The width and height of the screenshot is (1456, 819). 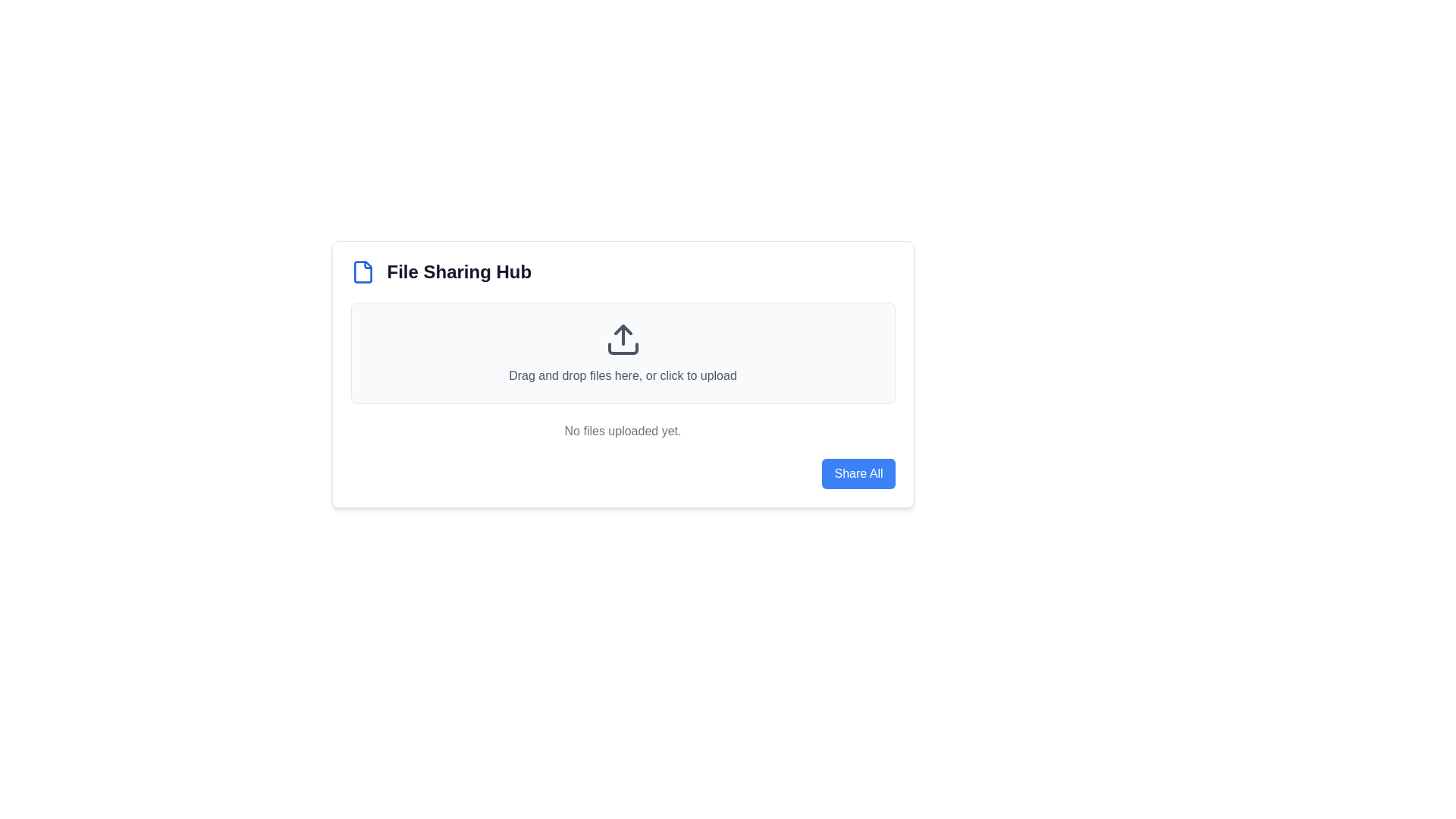 I want to click on instructional text located beneath the upload icon in the central part of the file upload area, so click(x=623, y=375).